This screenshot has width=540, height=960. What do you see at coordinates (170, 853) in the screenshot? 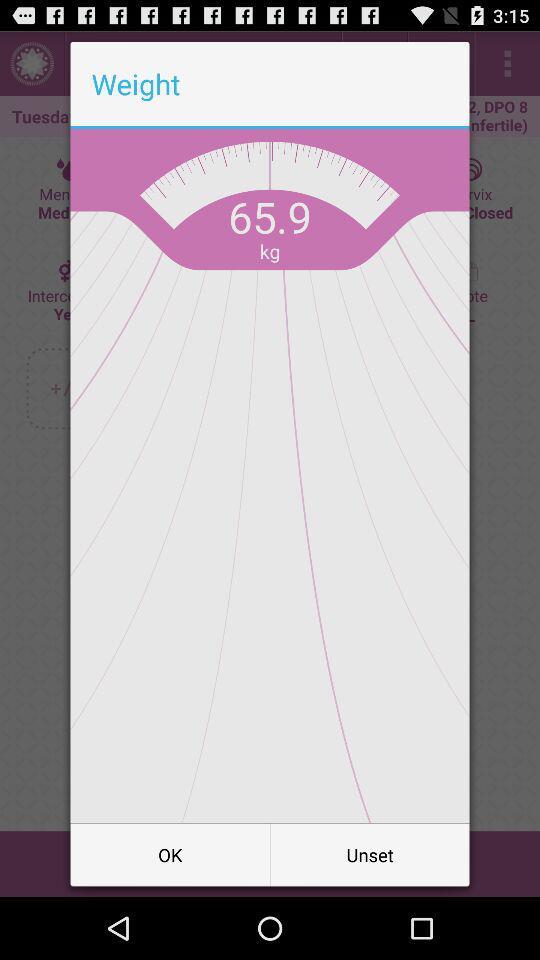
I see `button next to the unset icon` at bounding box center [170, 853].